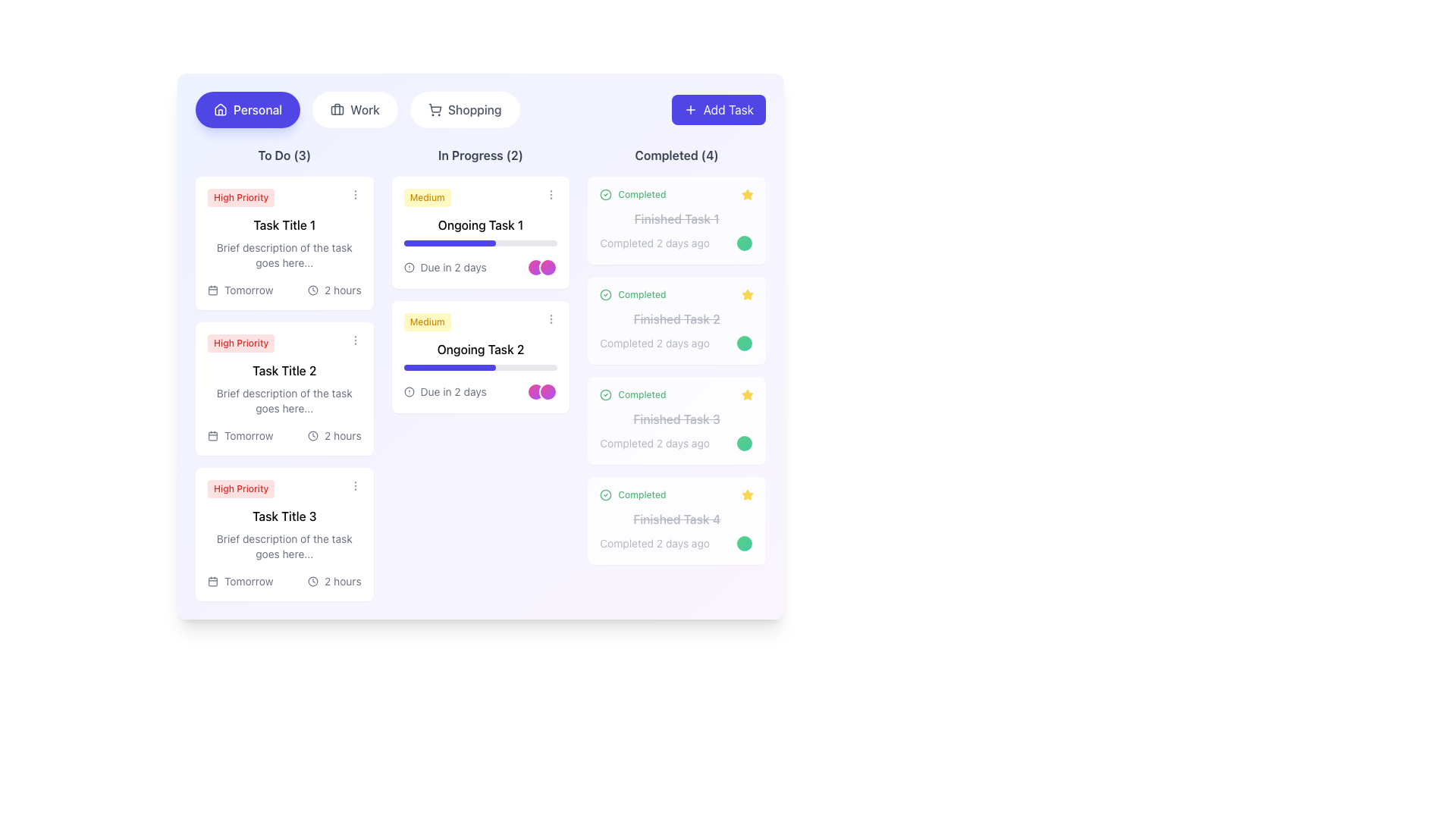 This screenshot has height=819, width=1456. I want to click on the SVG circle element that serves as a decorative or symbolic part of the icon indicating the state or priority of the second task card titled 'Ongoing Task 2' in the 'In Progress' column, so click(409, 391).